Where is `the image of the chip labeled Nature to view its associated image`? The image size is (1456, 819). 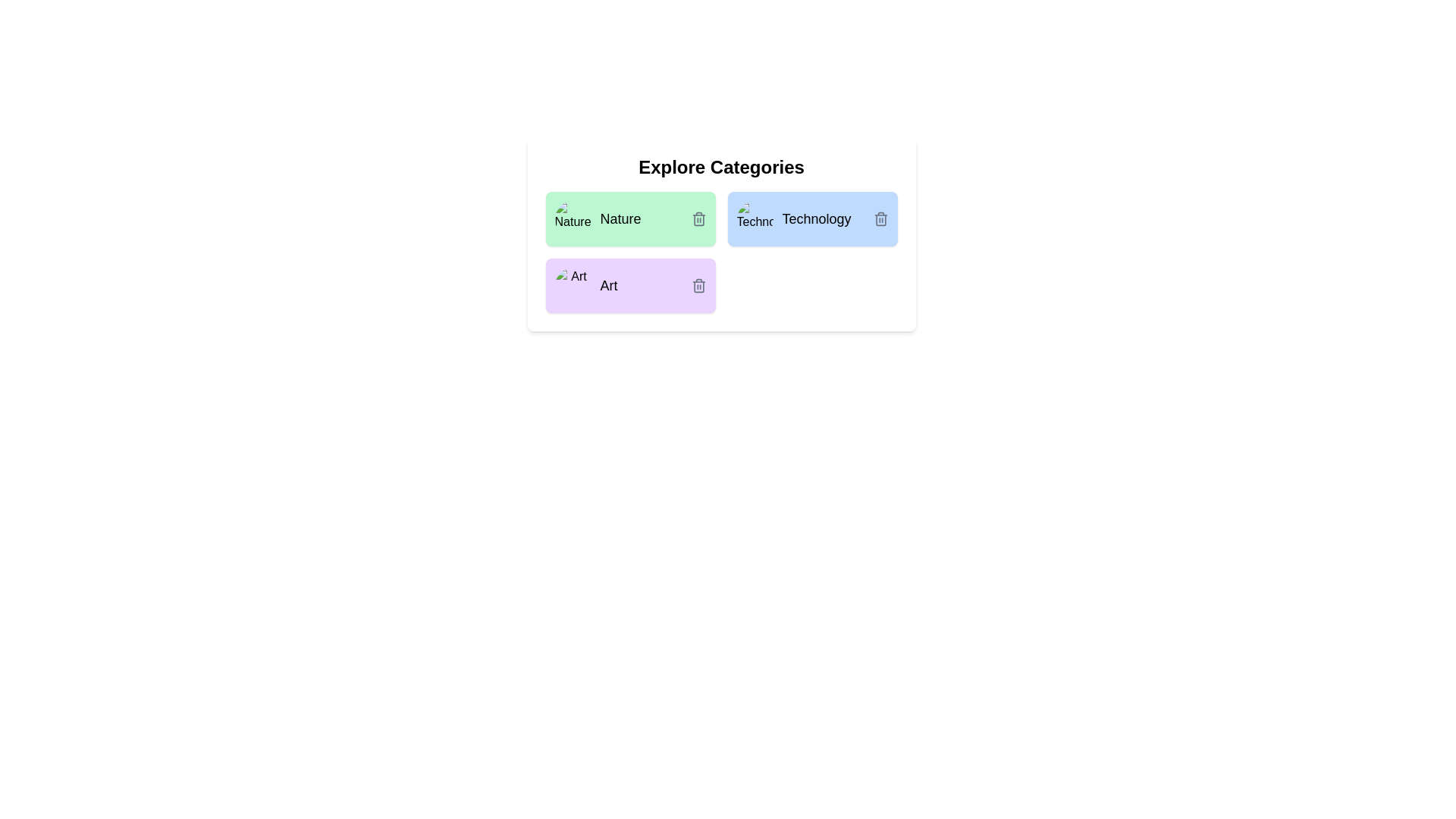
the image of the chip labeled Nature to view its associated image is located at coordinates (572, 219).